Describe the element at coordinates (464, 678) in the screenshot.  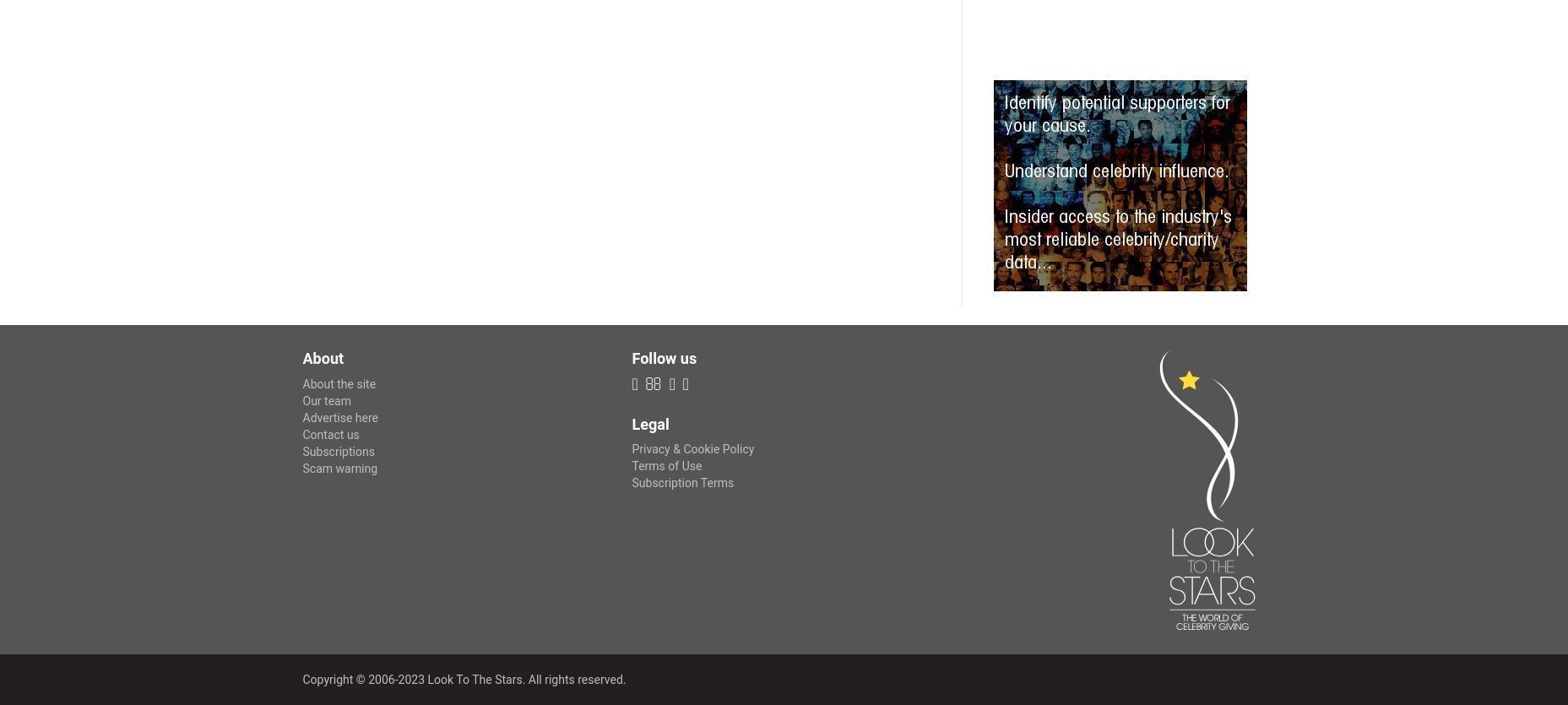
I see `'Copyright © 2006-2023 Look To The Stars. All rights reserved.'` at that location.